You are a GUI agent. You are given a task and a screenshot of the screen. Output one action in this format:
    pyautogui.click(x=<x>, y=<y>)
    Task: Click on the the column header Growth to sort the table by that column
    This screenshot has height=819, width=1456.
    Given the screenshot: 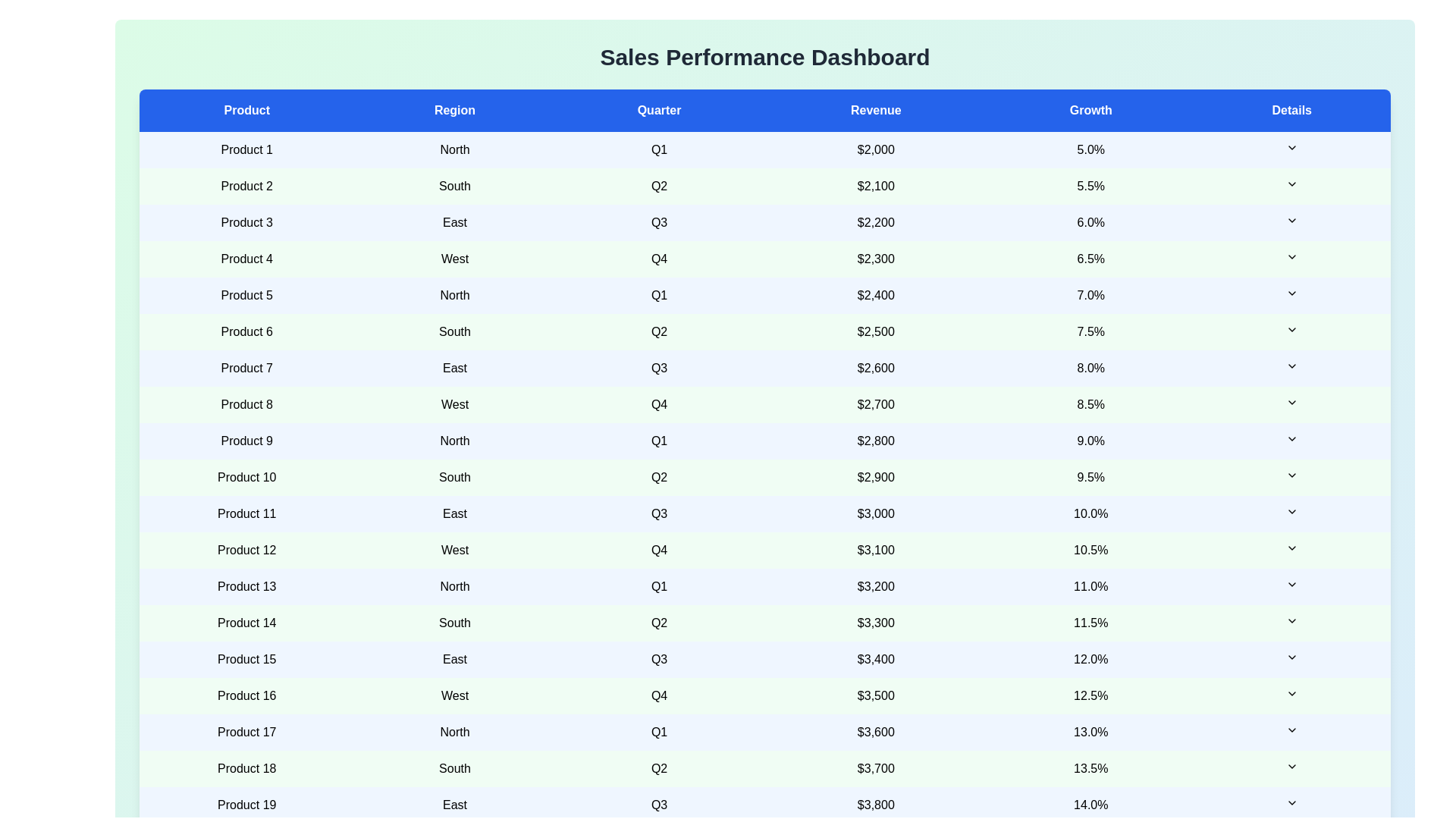 What is the action you would take?
    pyautogui.click(x=1090, y=110)
    